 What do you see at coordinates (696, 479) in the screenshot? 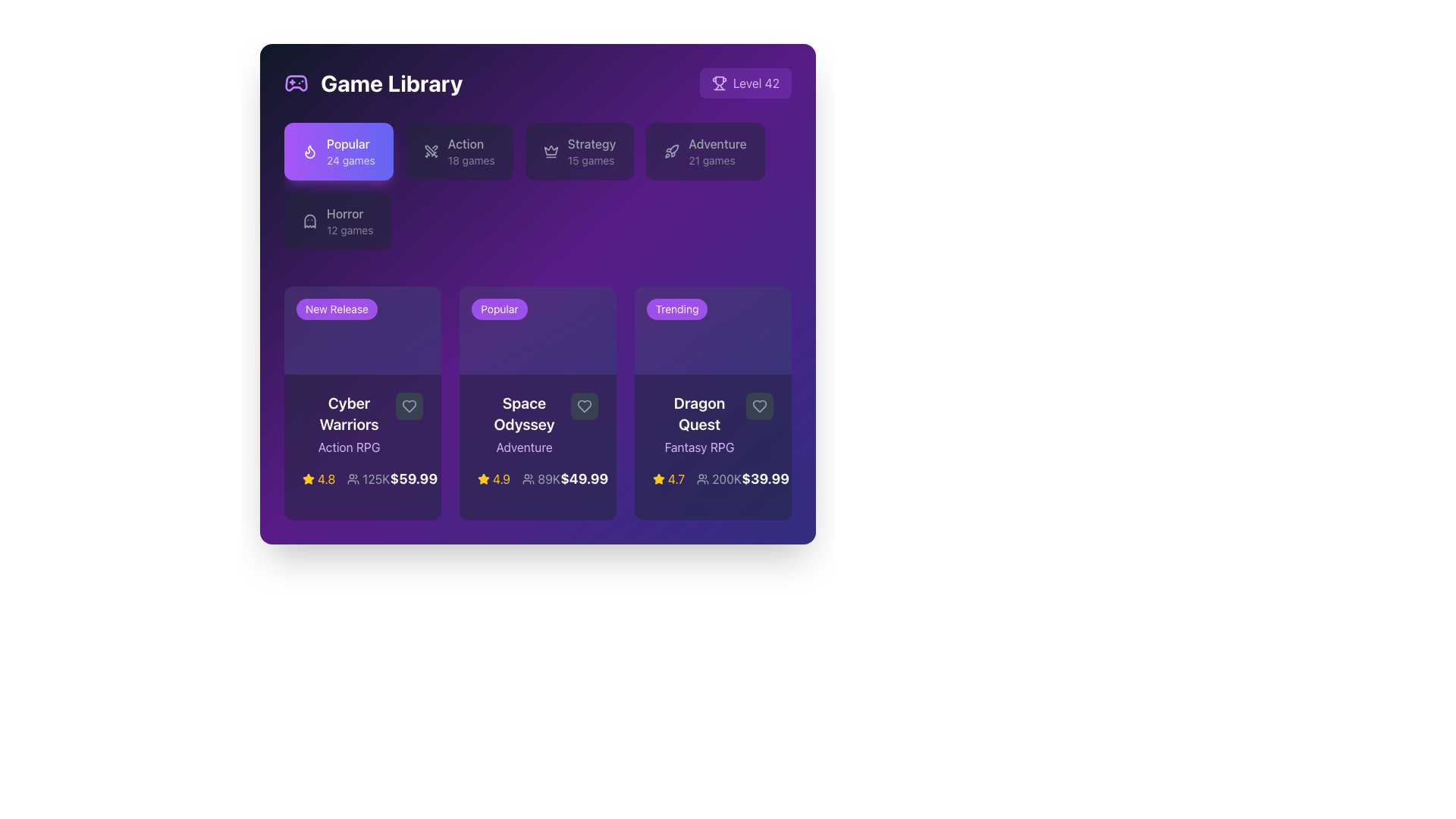
I see `the information display element showing the rating '4.7' and popularity '200K' for the 'Dragon Quest' game in the bottom-right corner of the game card` at bounding box center [696, 479].